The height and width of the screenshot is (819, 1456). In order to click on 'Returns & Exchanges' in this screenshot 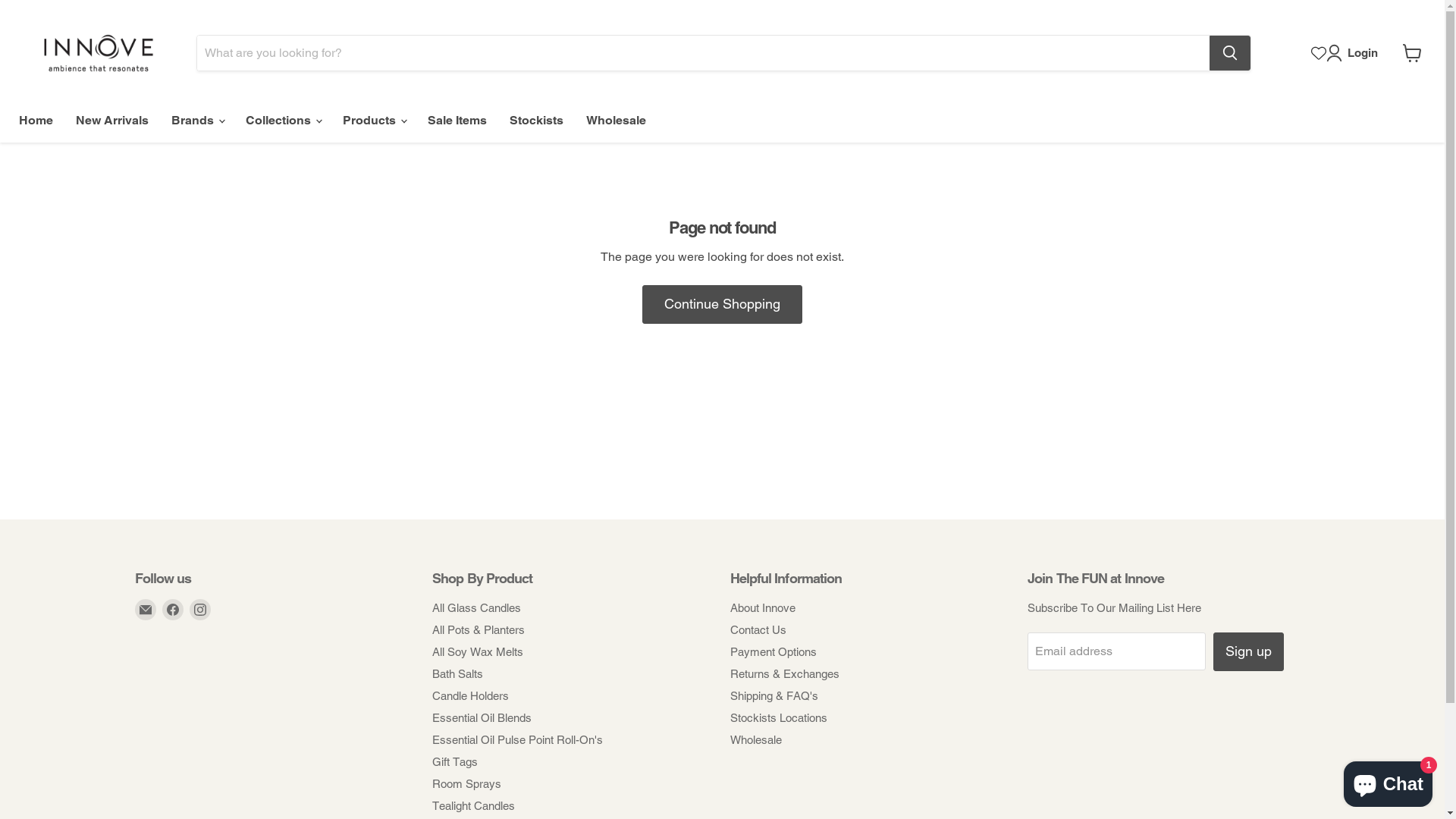, I will do `click(783, 673)`.